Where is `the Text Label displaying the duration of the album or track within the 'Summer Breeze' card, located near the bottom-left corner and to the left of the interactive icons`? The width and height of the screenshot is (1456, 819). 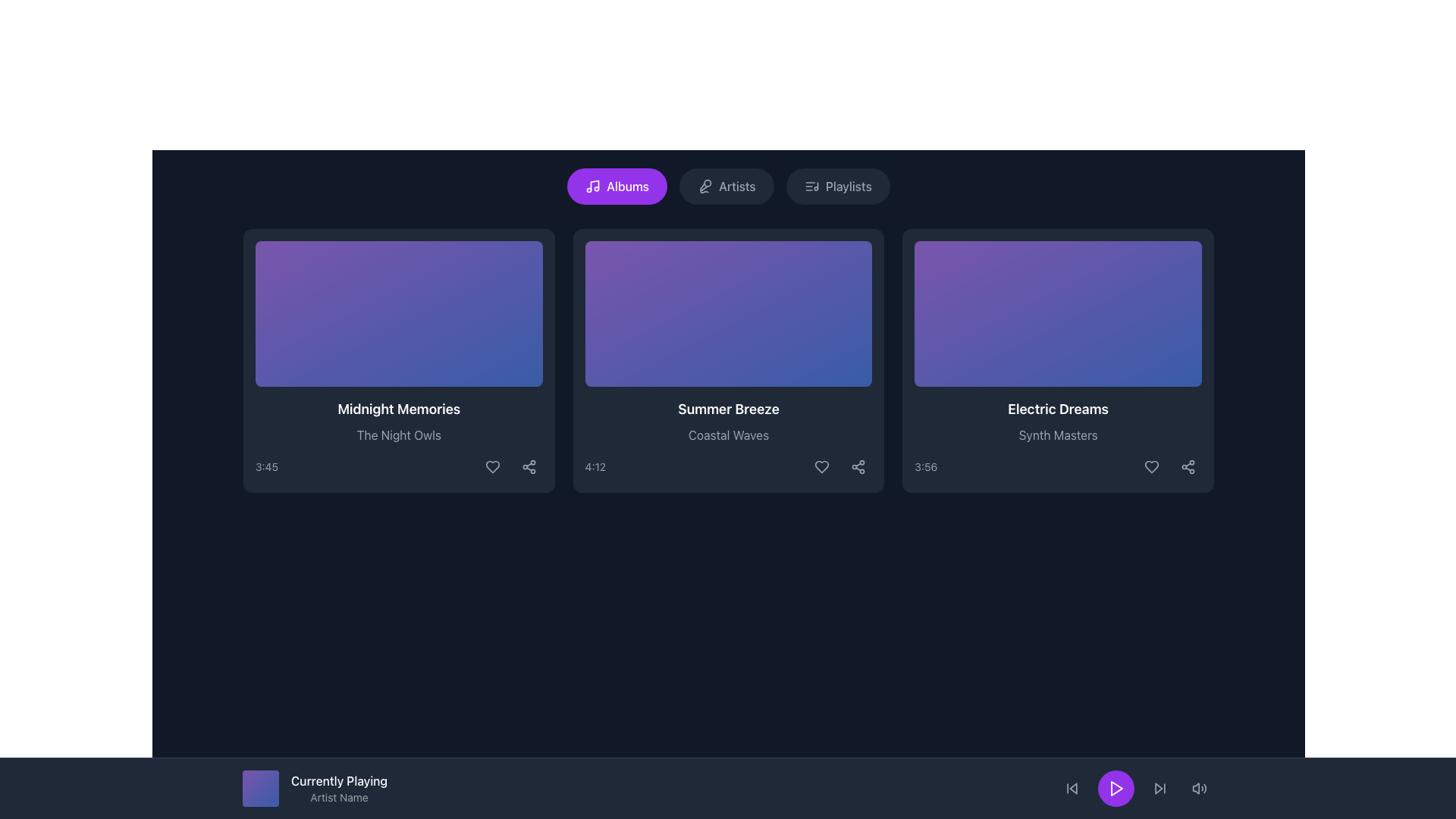
the Text Label displaying the duration of the album or track within the 'Summer Breeze' card, located near the bottom-left corner and to the left of the interactive icons is located at coordinates (595, 466).